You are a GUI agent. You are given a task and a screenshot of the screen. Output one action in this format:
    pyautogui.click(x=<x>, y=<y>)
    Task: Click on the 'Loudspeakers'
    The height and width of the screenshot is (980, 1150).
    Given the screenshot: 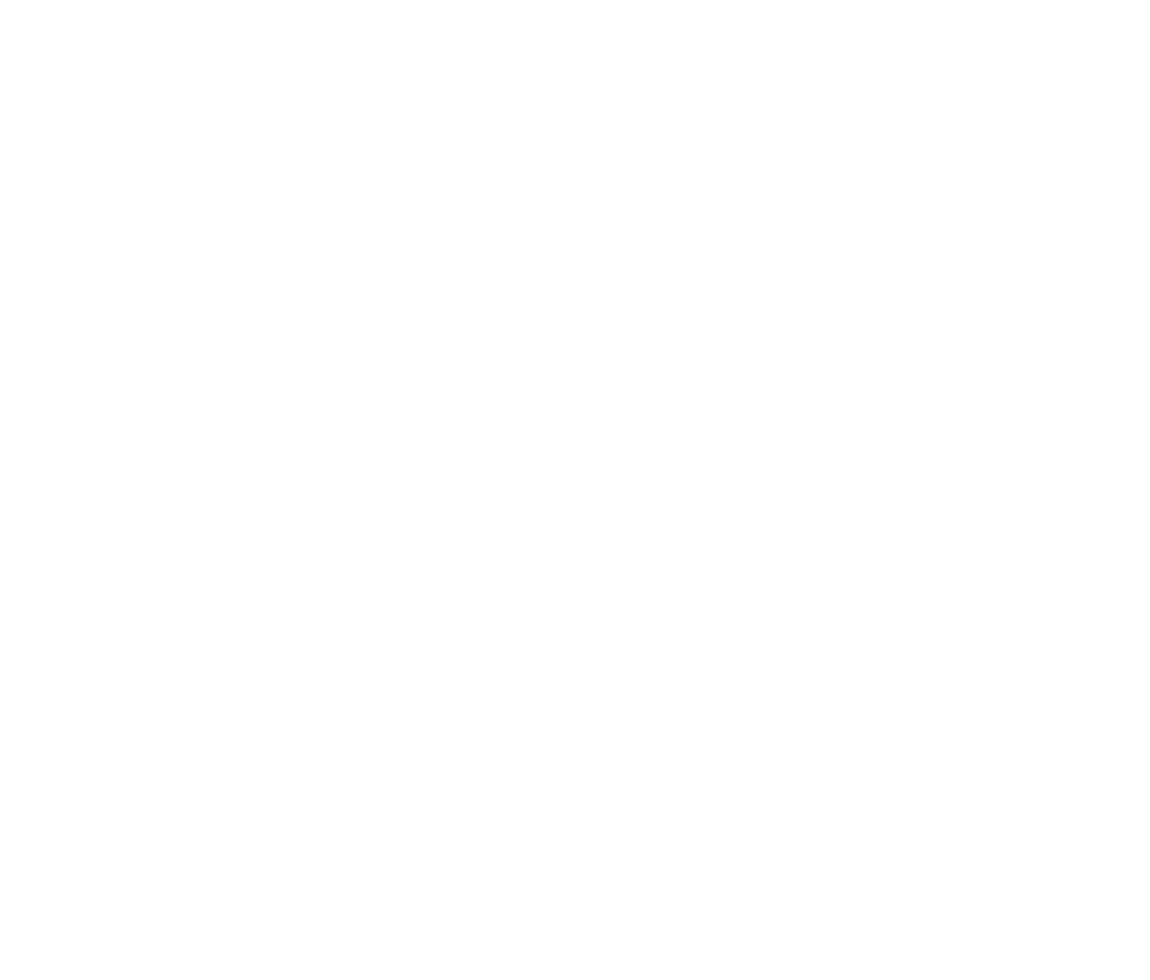 What is the action you would take?
    pyautogui.click(x=246, y=941)
    